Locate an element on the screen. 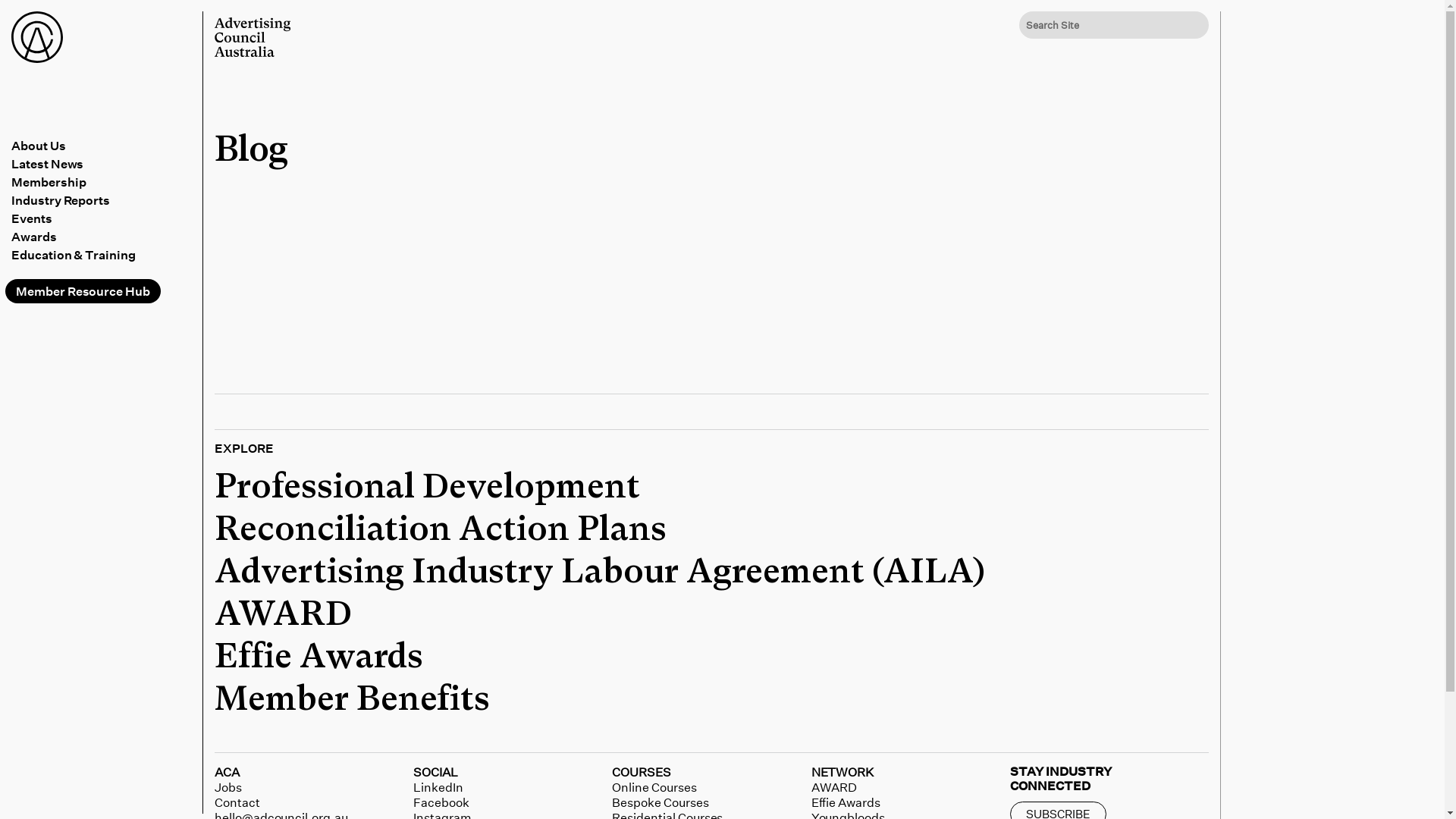 The width and height of the screenshot is (1456, 819). 'Member Benefits' is located at coordinates (351, 699).